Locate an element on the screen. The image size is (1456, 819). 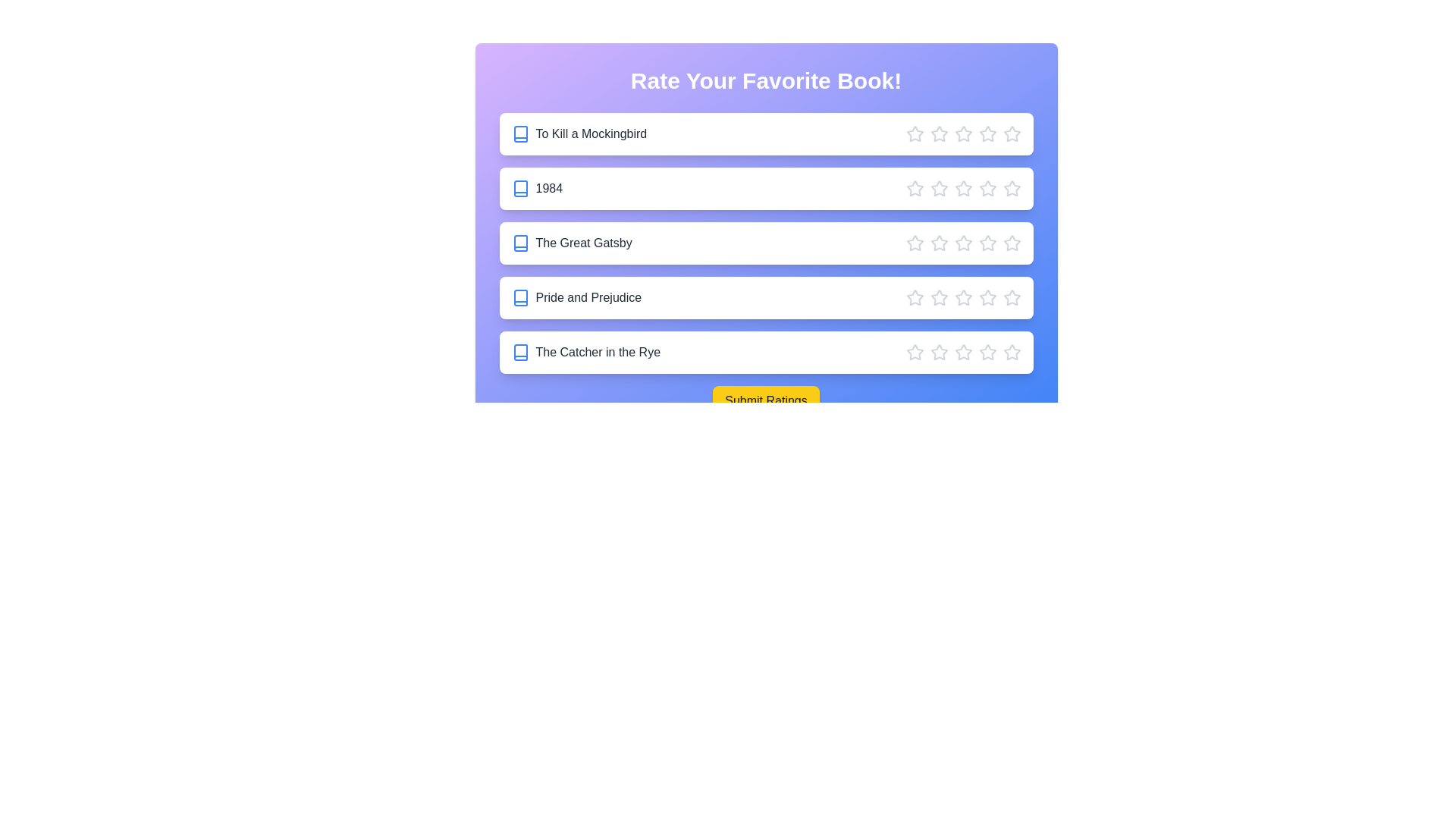
the star corresponding to 5 stars for the book 'The Great Gatsby' is located at coordinates (1012, 242).